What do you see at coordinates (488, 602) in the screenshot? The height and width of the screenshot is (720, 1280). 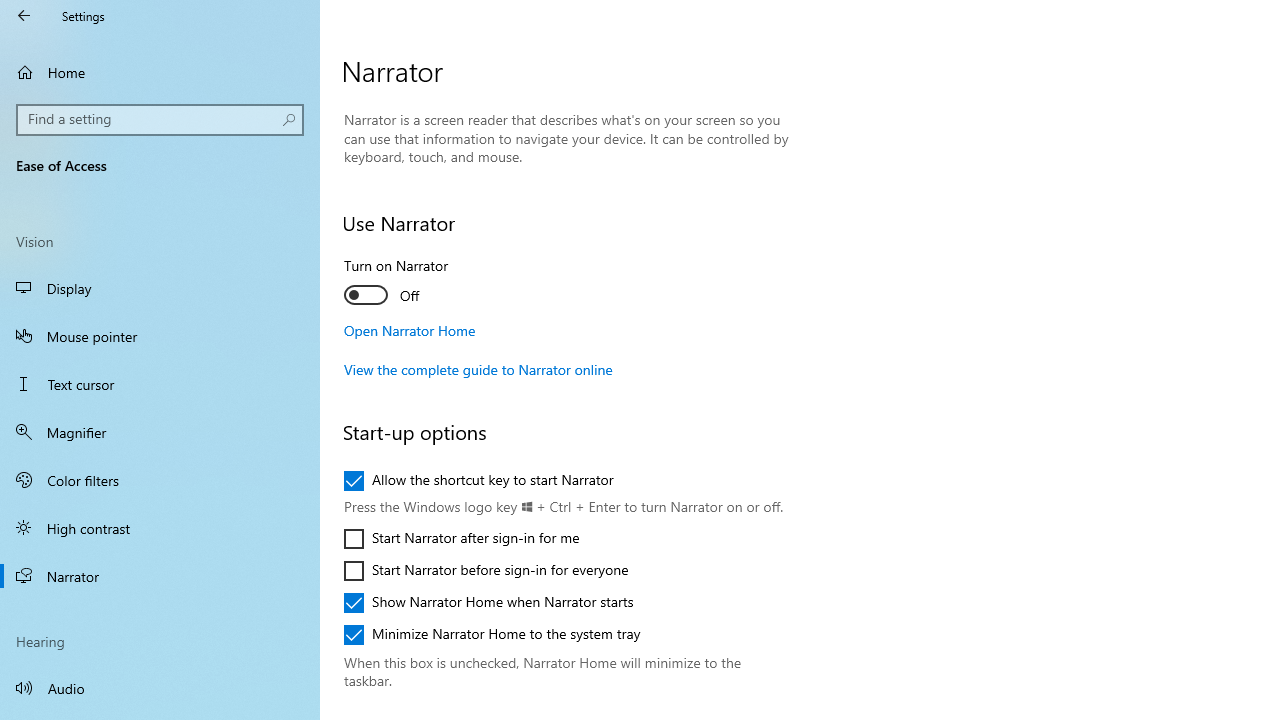 I see `'Show Narrator Home when Narrator starts'` at bounding box center [488, 602].